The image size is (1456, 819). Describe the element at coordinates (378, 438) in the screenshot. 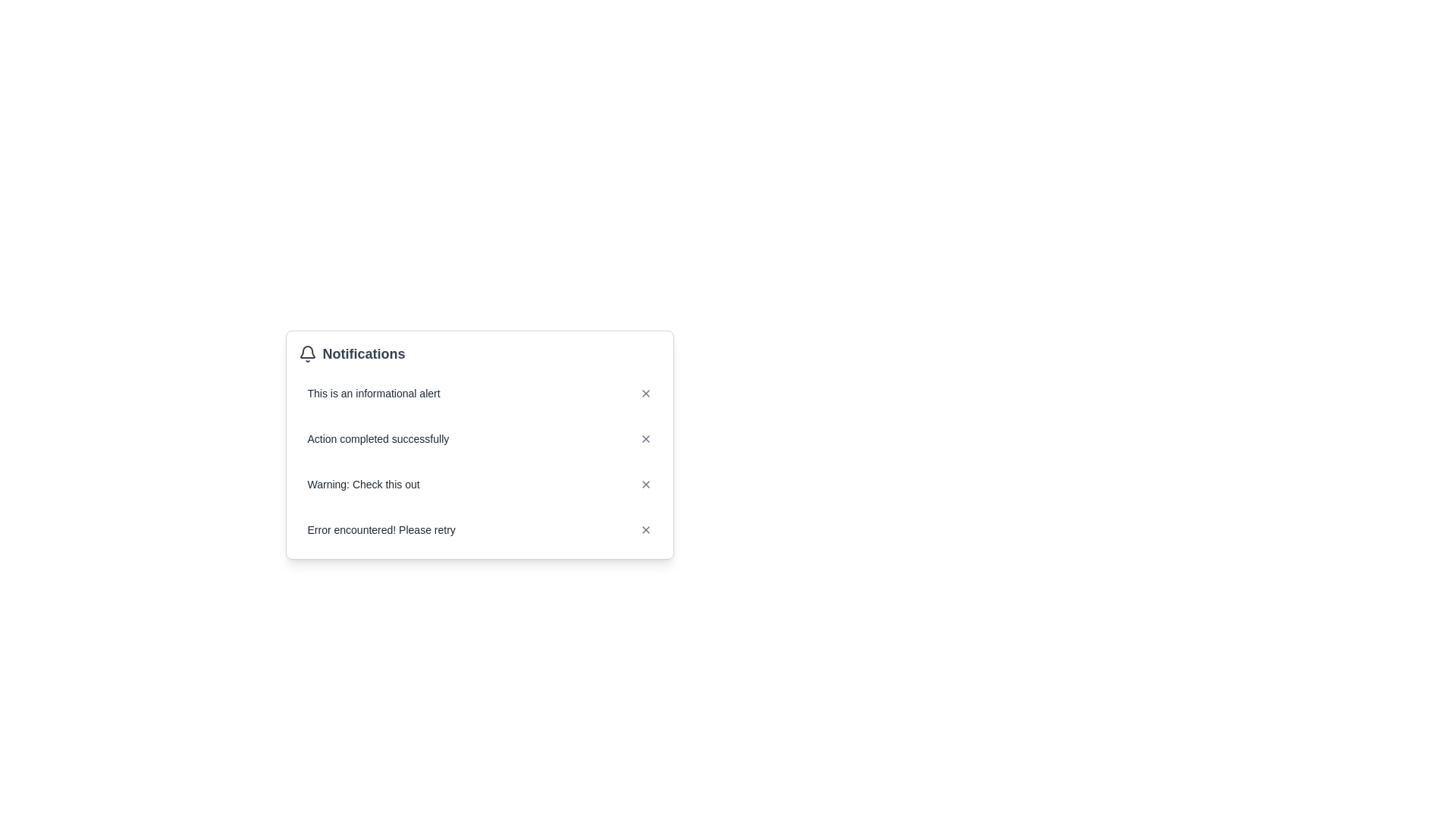

I see `the Text Label that displays a confirmation notification, located in the second notification card with a green background` at that location.